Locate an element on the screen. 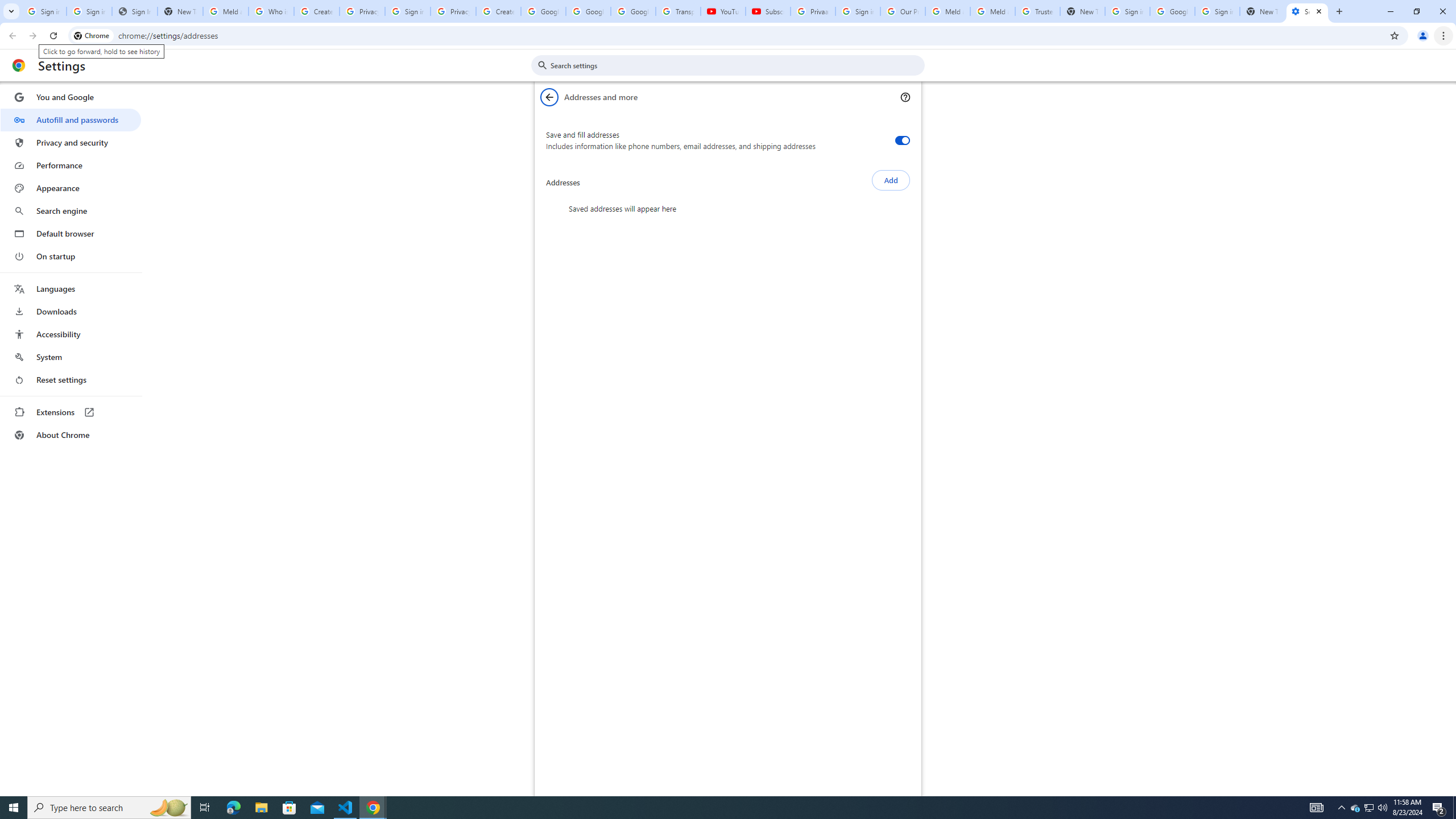 The width and height of the screenshot is (1456, 819). 'New Tab' is located at coordinates (1261, 11).